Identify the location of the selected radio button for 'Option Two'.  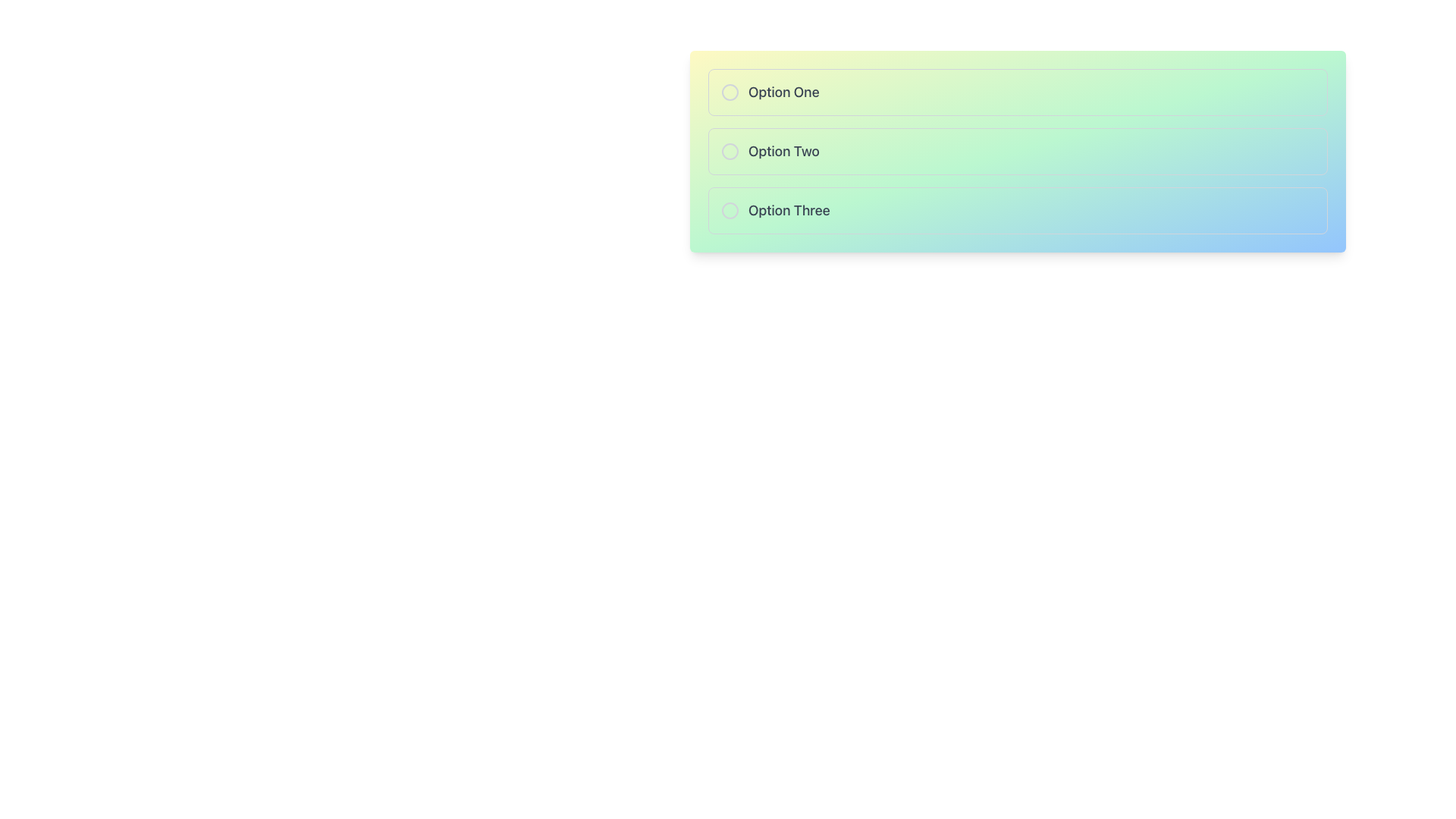
(730, 152).